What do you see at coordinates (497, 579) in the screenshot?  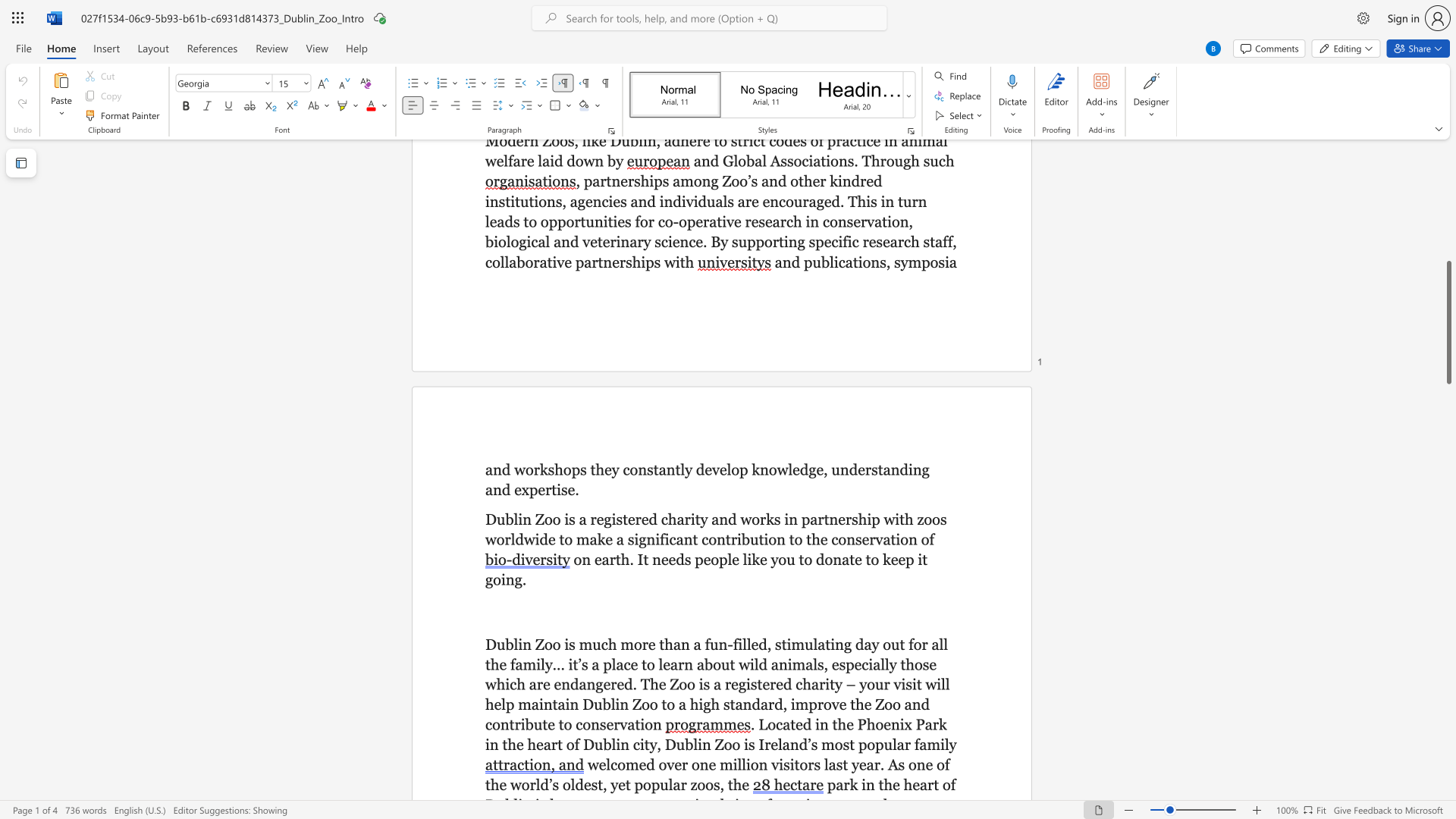 I see `the 7th character "o" in the text` at bounding box center [497, 579].